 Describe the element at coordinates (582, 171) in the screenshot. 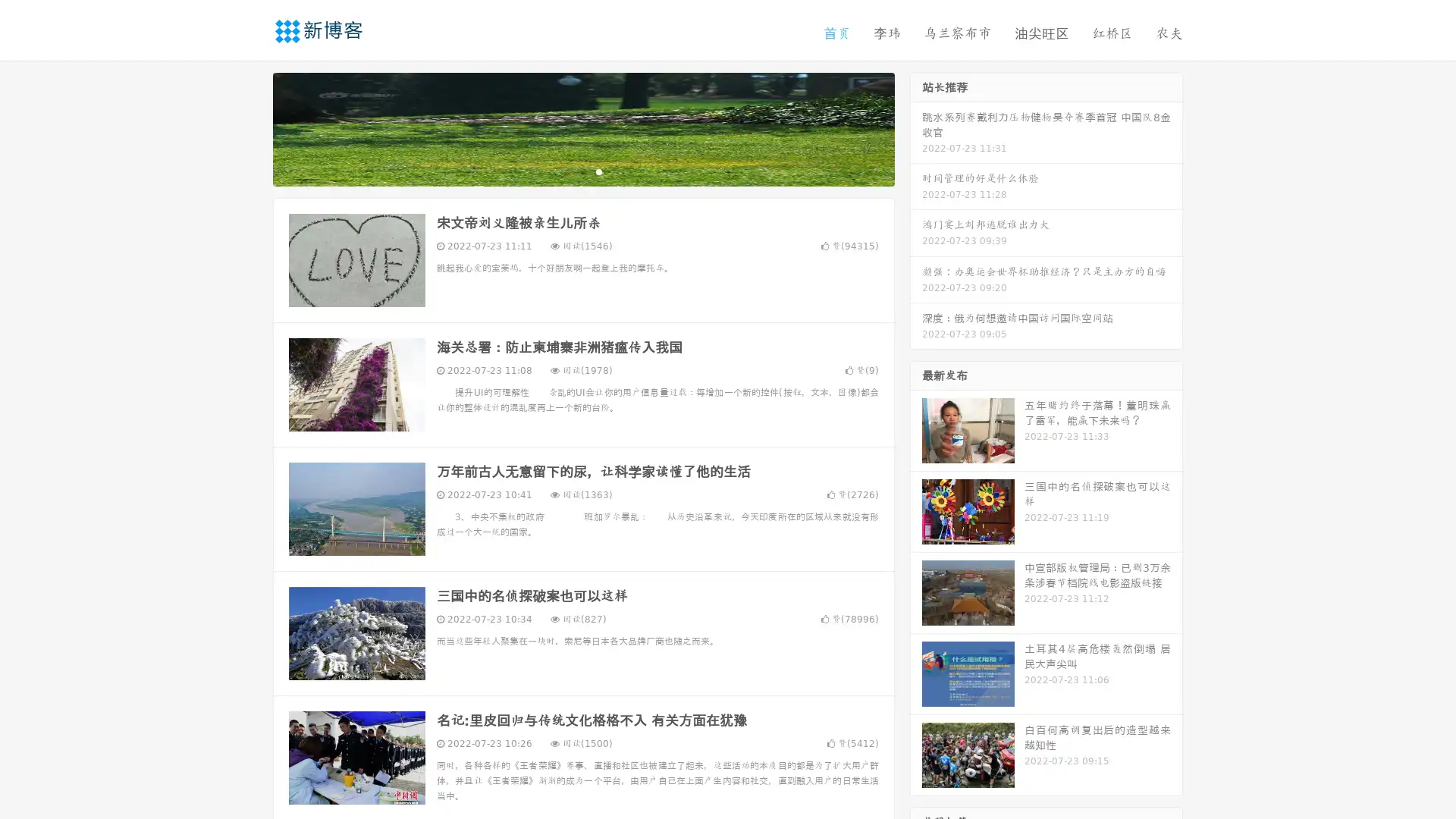

I see `Go to slide 2` at that location.